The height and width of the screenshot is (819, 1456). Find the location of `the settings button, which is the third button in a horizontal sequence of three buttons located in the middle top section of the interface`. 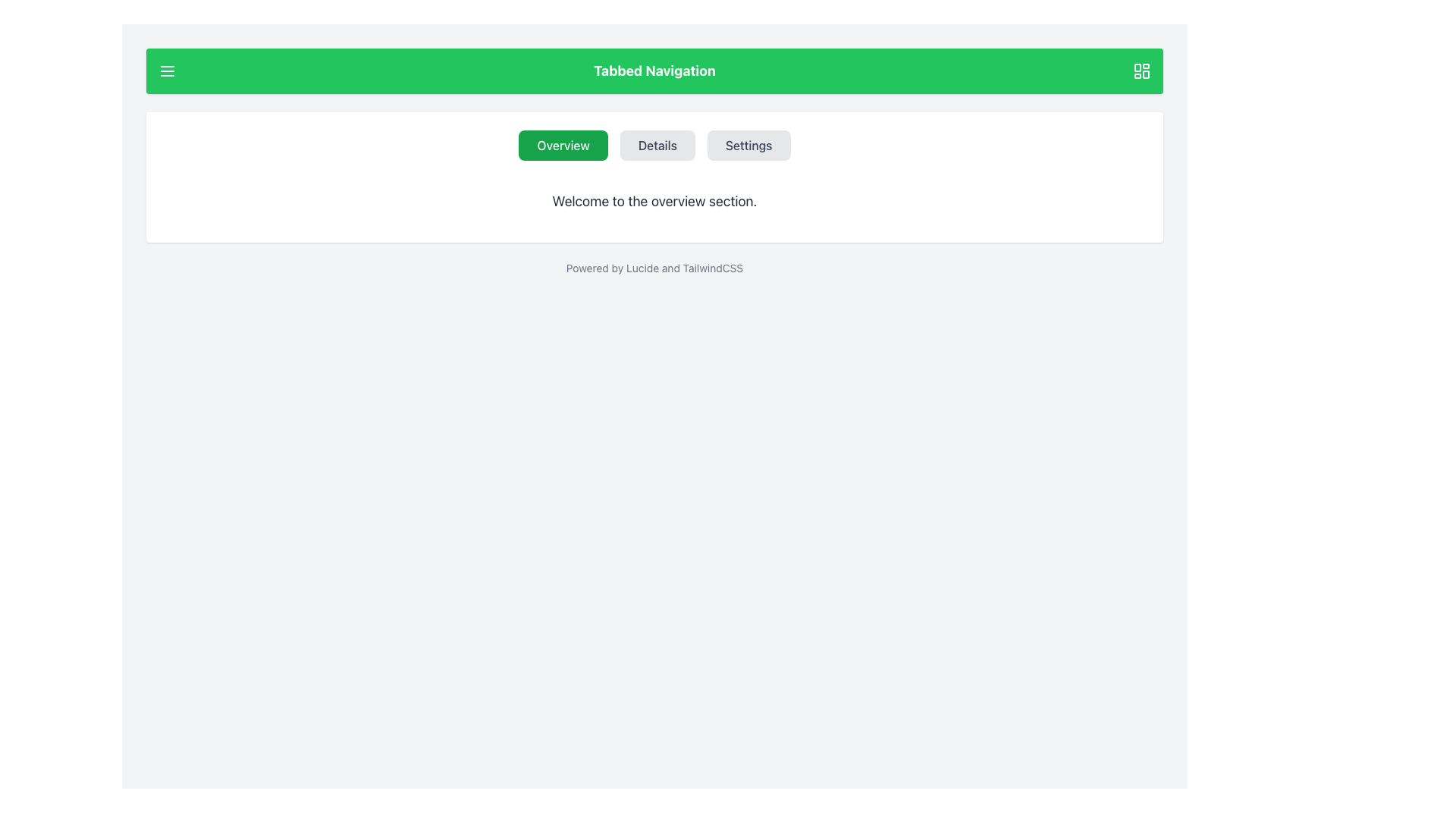

the settings button, which is the third button in a horizontal sequence of three buttons located in the middle top section of the interface is located at coordinates (748, 146).